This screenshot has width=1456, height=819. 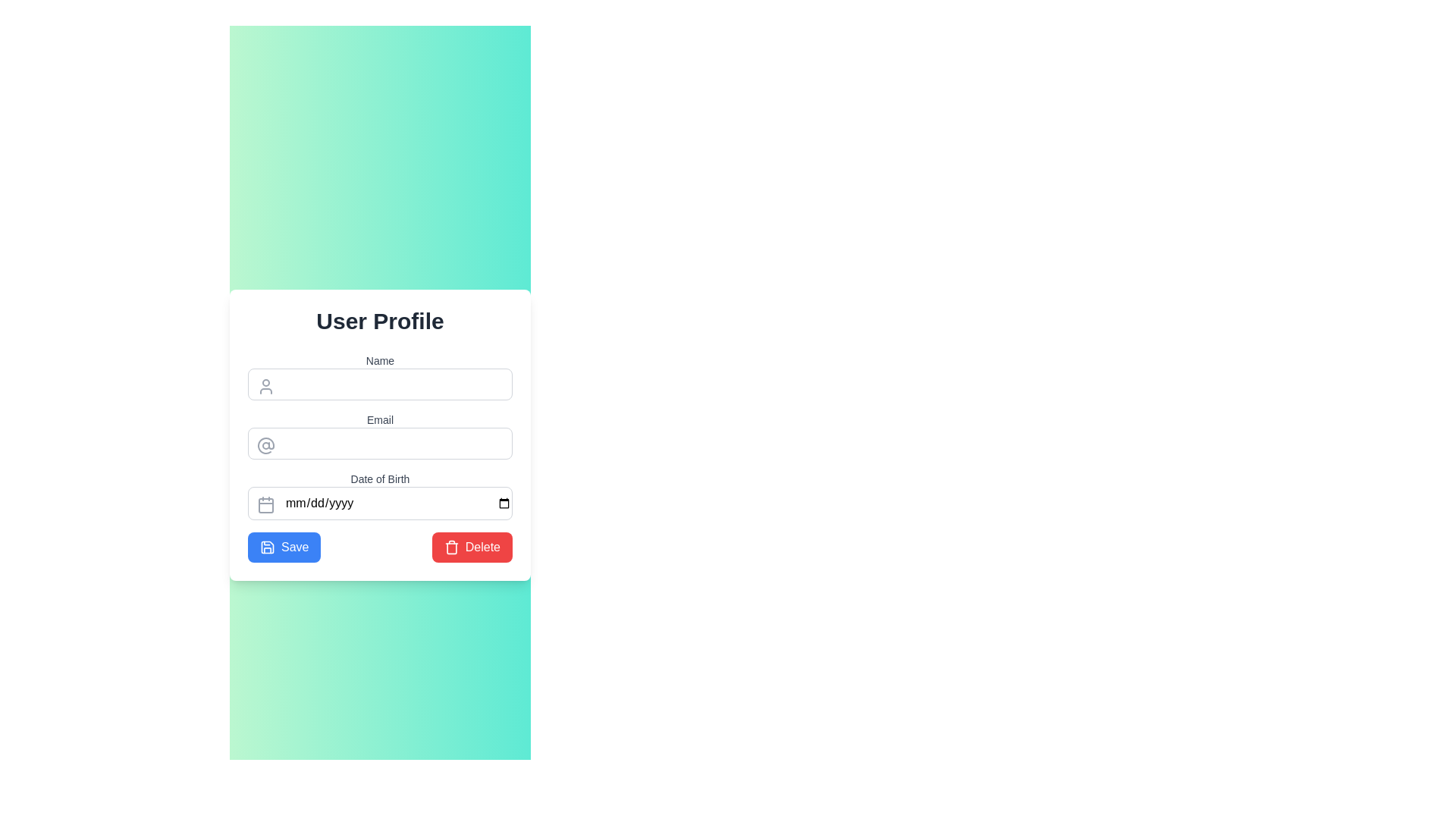 What do you see at coordinates (265, 444) in the screenshot?
I see `the at-symbol icon, which is small, gray, and positioned to the left of the email input field in the form` at bounding box center [265, 444].